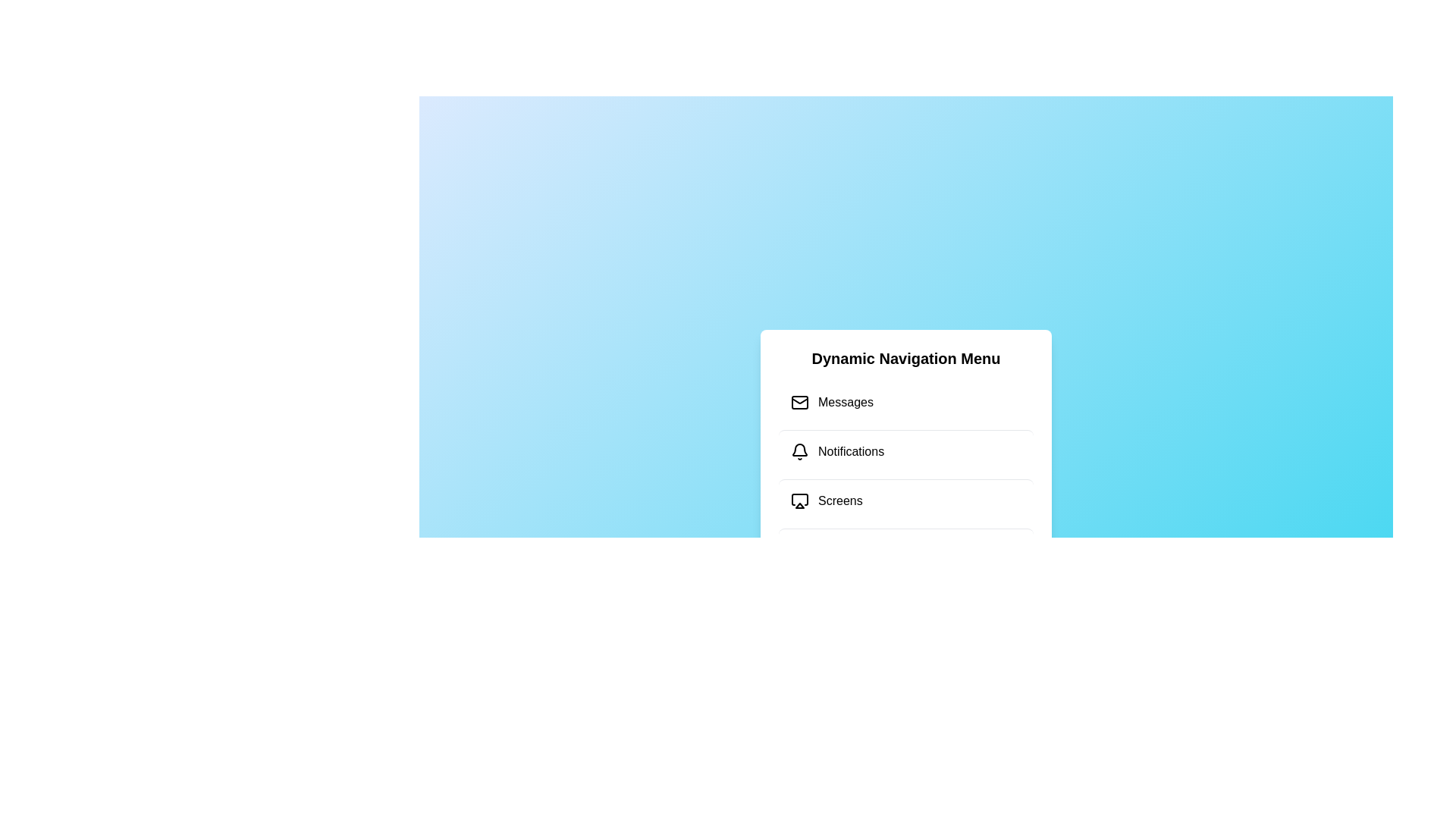 This screenshot has width=1456, height=819. Describe the element at coordinates (799, 402) in the screenshot. I see `the icon associated with the menu item Messages` at that location.